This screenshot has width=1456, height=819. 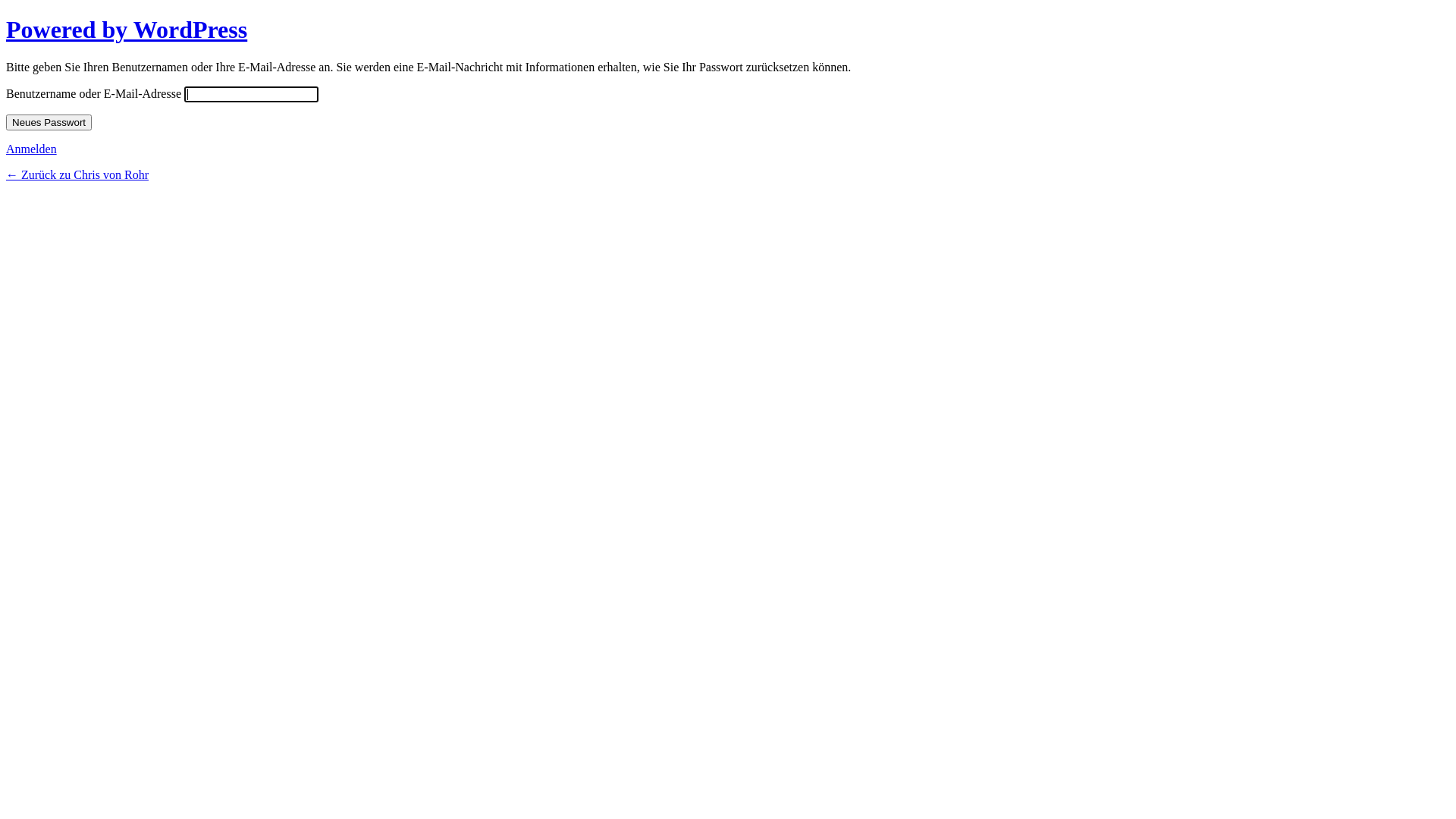 I want to click on 'Neues Passwort', so click(x=49, y=121).